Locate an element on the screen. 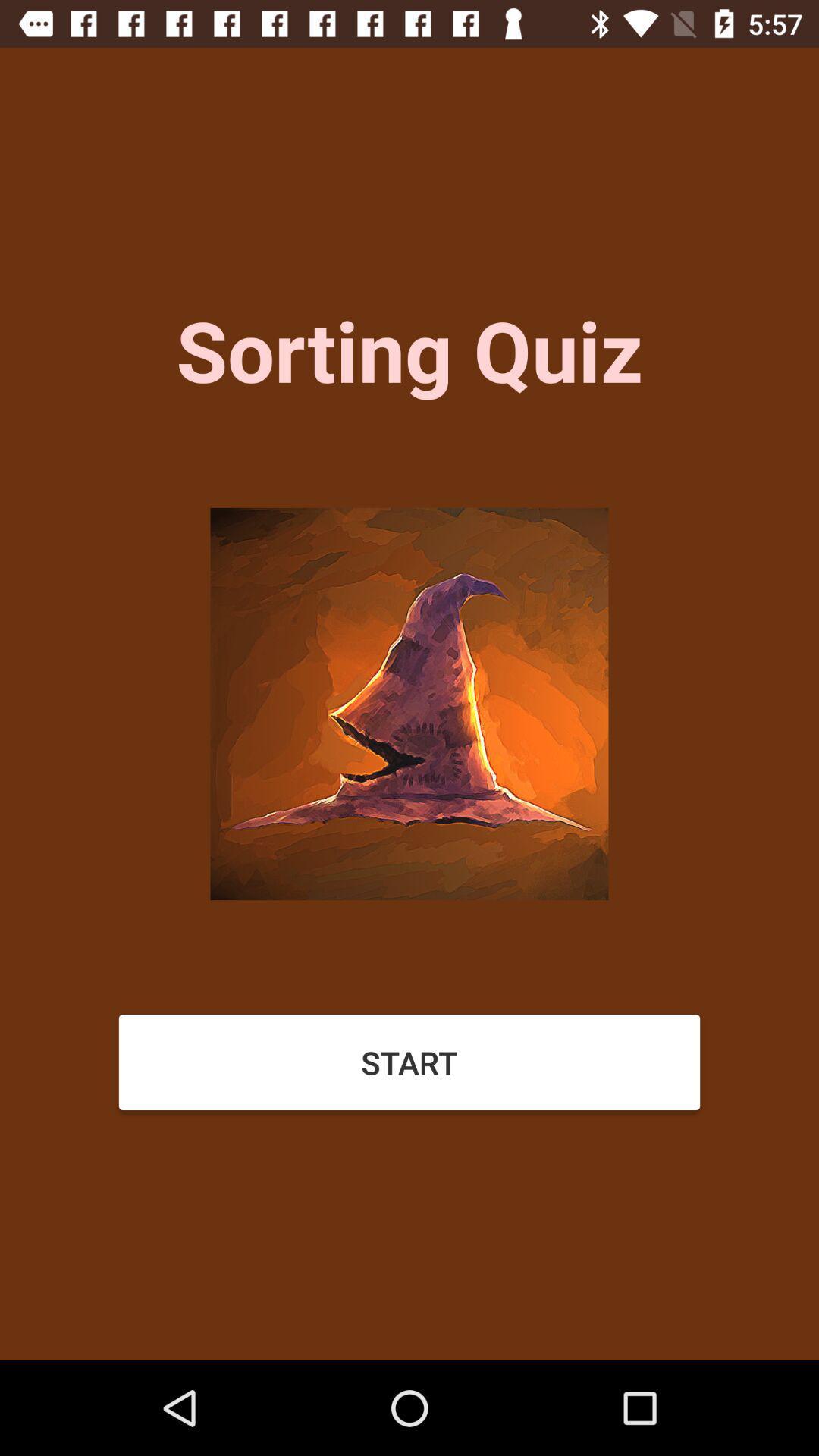 This screenshot has width=819, height=1456. the start icon is located at coordinates (409, 1062).